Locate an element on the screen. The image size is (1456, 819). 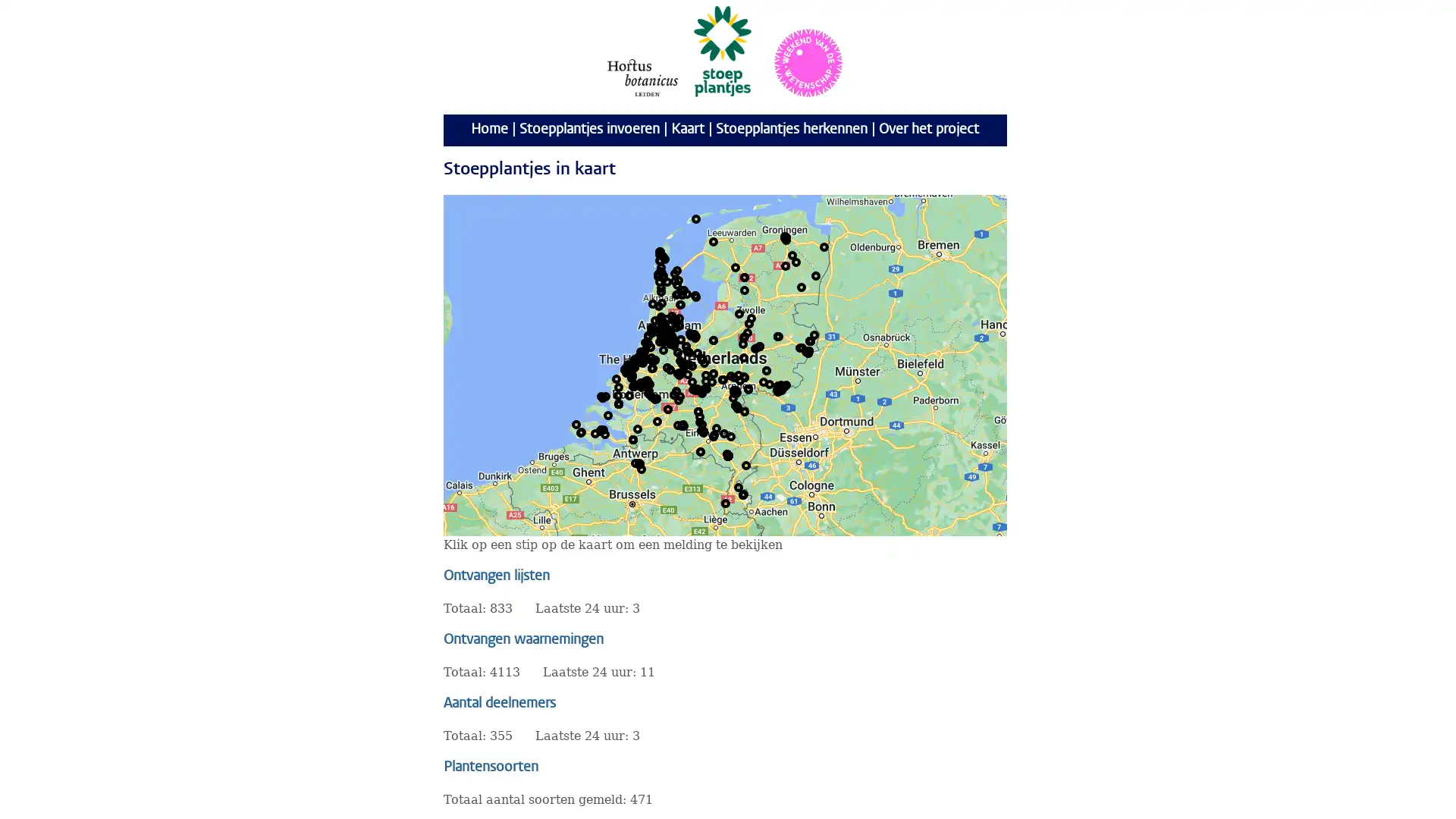
Telling van Judith op 03 juni 2022 is located at coordinates (603, 429).